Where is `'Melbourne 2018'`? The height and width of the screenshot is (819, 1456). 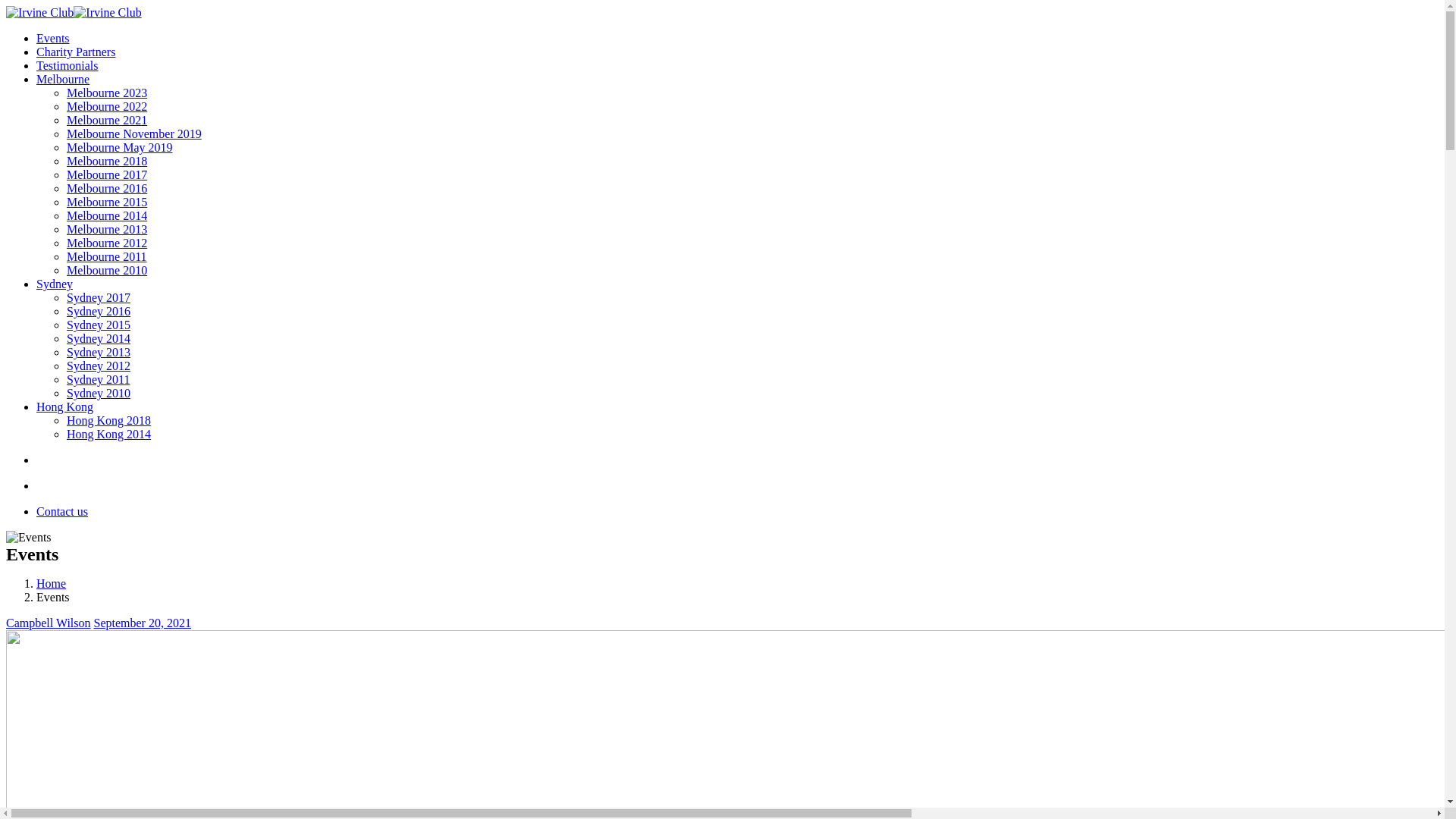 'Melbourne 2018' is located at coordinates (65, 161).